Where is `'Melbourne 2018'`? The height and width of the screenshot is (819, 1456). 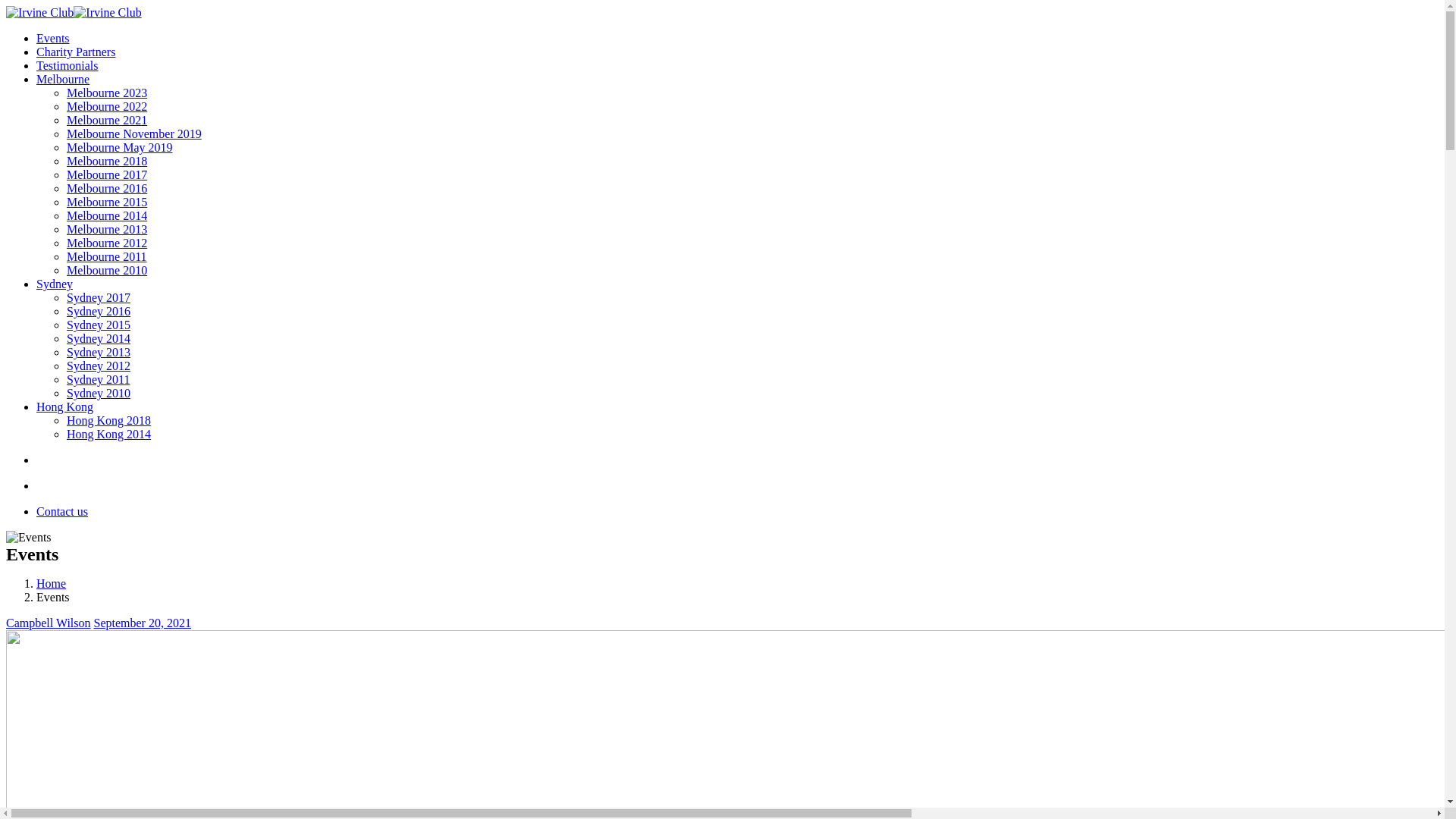 'Melbourne 2018' is located at coordinates (65, 161).